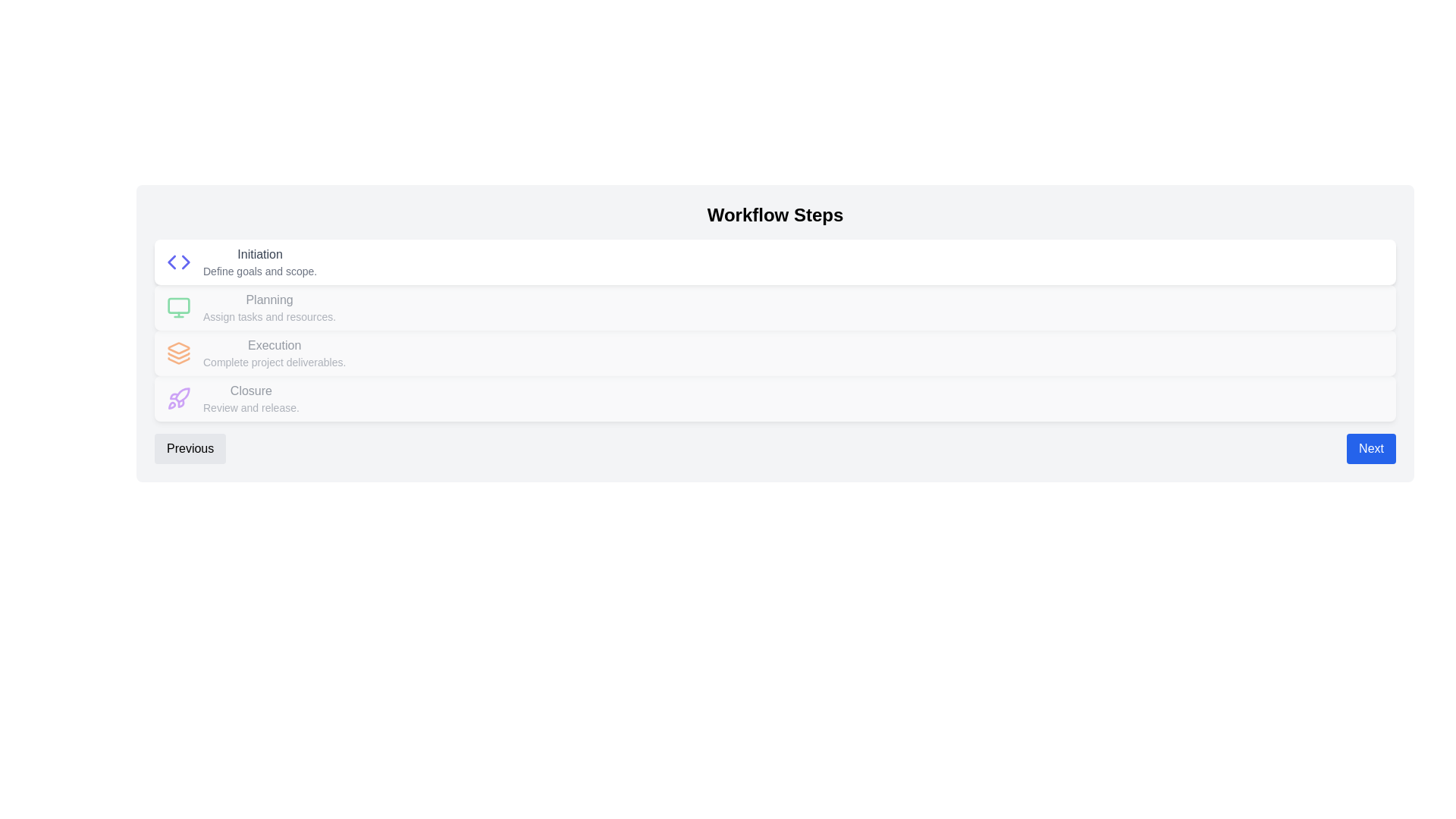 This screenshot has height=819, width=1456. What do you see at coordinates (178, 262) in the screenshot?
I see `the icon located in the first workflow step labeled 'Initiation', positioned to the left of the step's textual content` at bounding box center [178, 262].